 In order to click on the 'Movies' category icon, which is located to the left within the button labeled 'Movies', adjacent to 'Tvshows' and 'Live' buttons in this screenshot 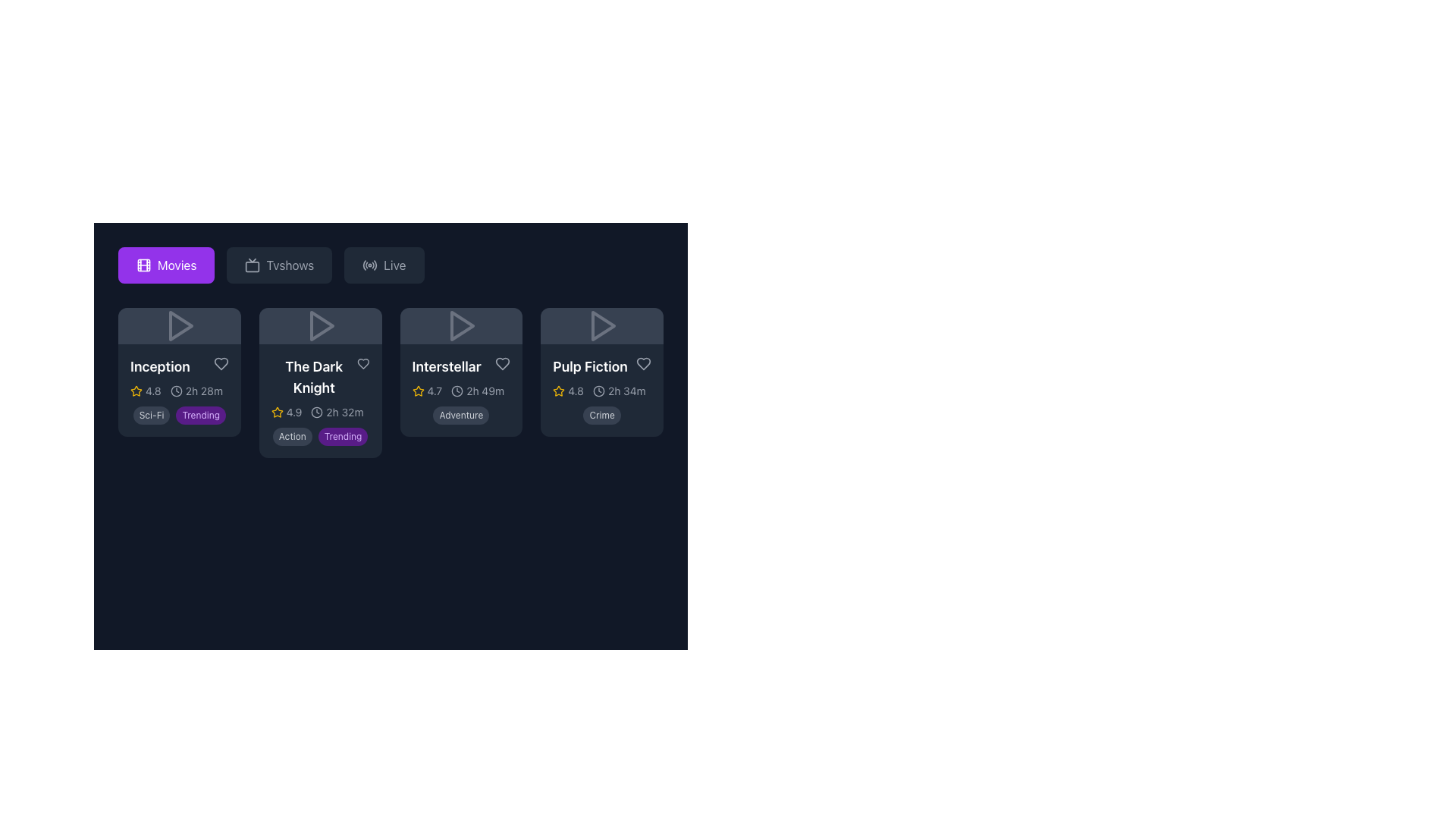, I will do `click(144, 265)`.